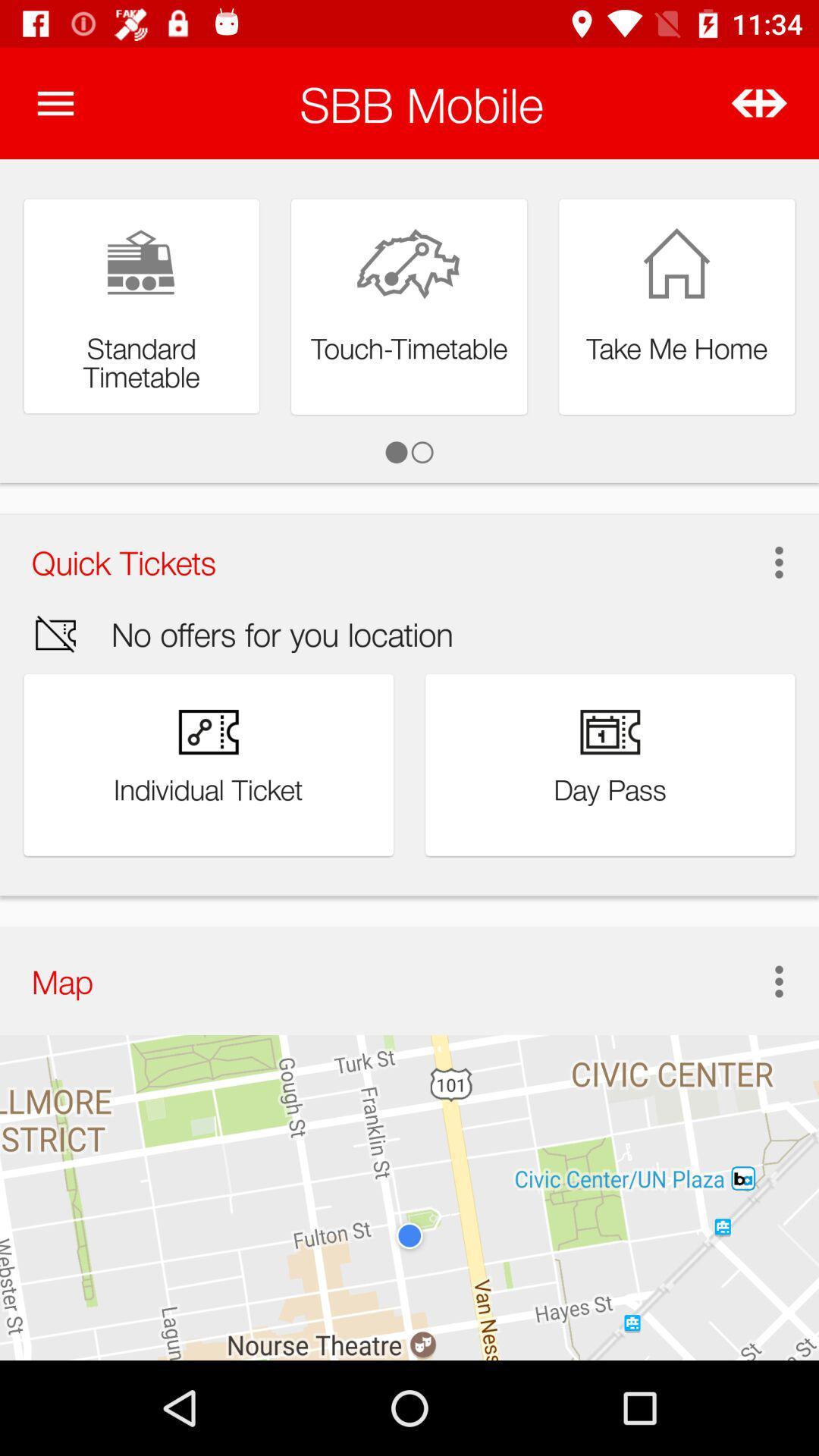  What do you see at coordinates (55, 102) in the screenshot?
I see `the item next to the sbb mobile item` at bounding box center [55, 102].